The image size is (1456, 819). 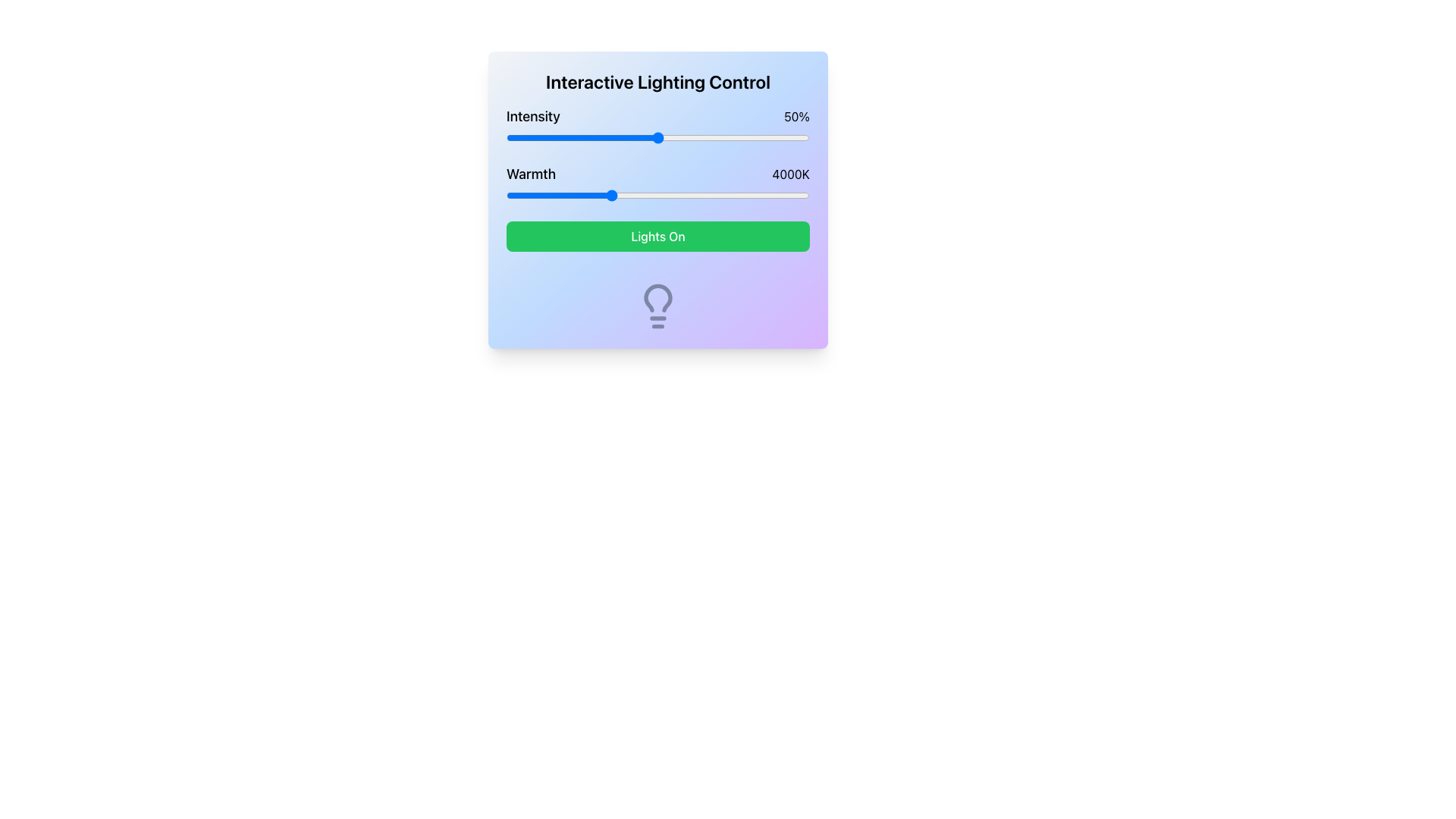 I want to click on the text label displaying '50%' which indicates the current intensity level adjustment, so click(x=796, y=116).